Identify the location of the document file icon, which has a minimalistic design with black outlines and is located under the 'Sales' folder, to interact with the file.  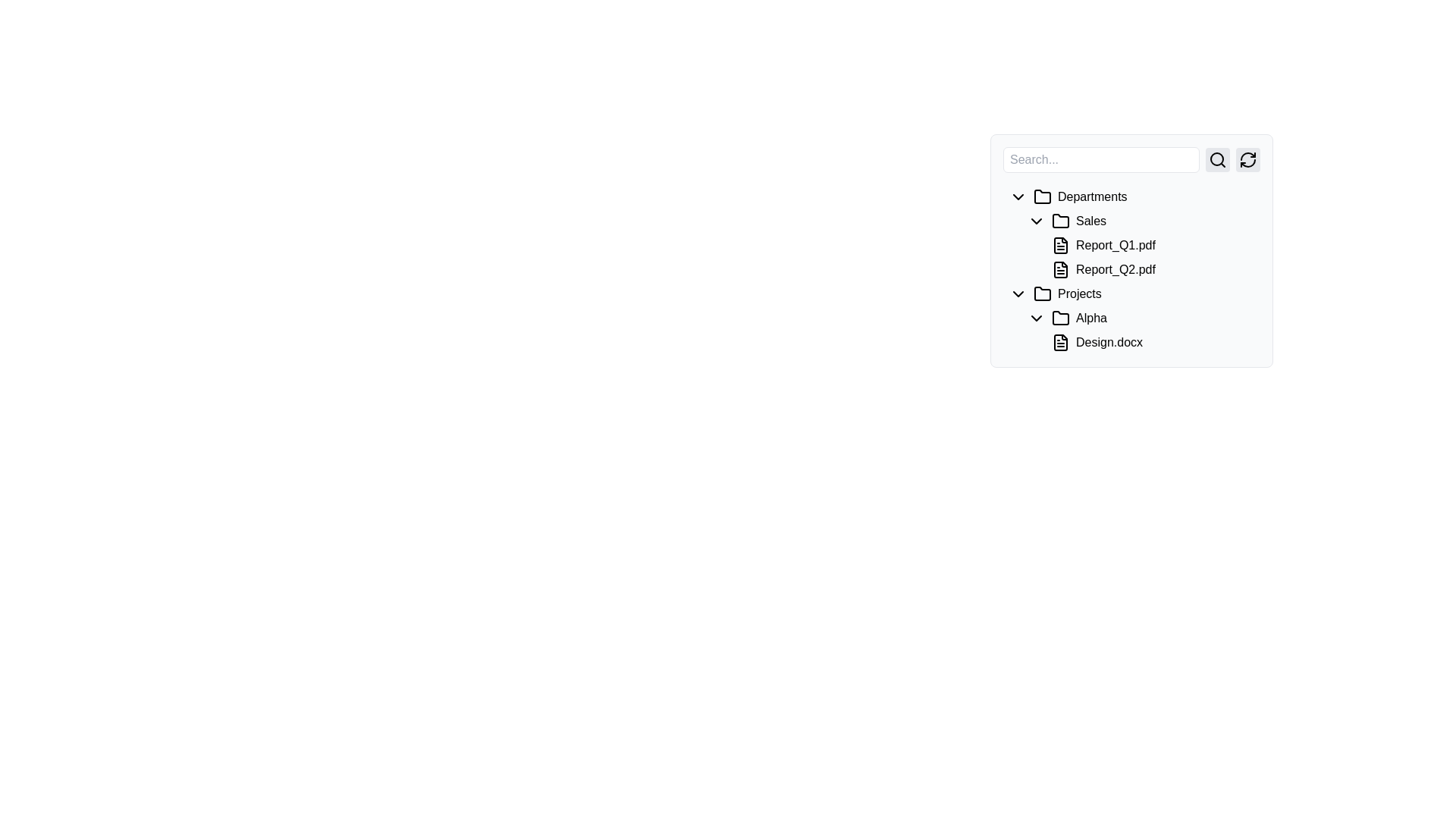
(1062, 245).